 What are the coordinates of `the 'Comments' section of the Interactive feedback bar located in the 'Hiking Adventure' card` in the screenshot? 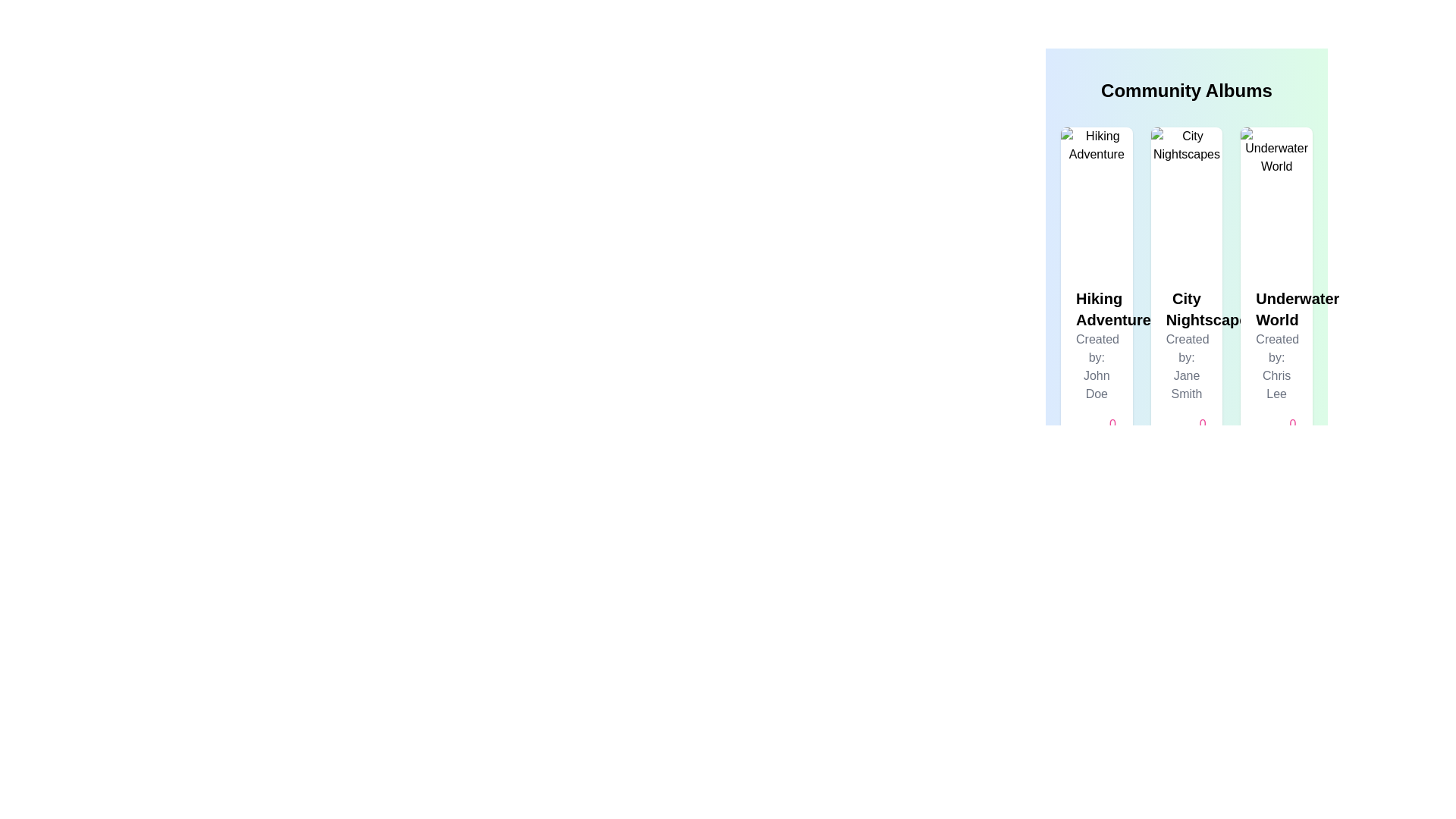 It's located at (1097, 433).